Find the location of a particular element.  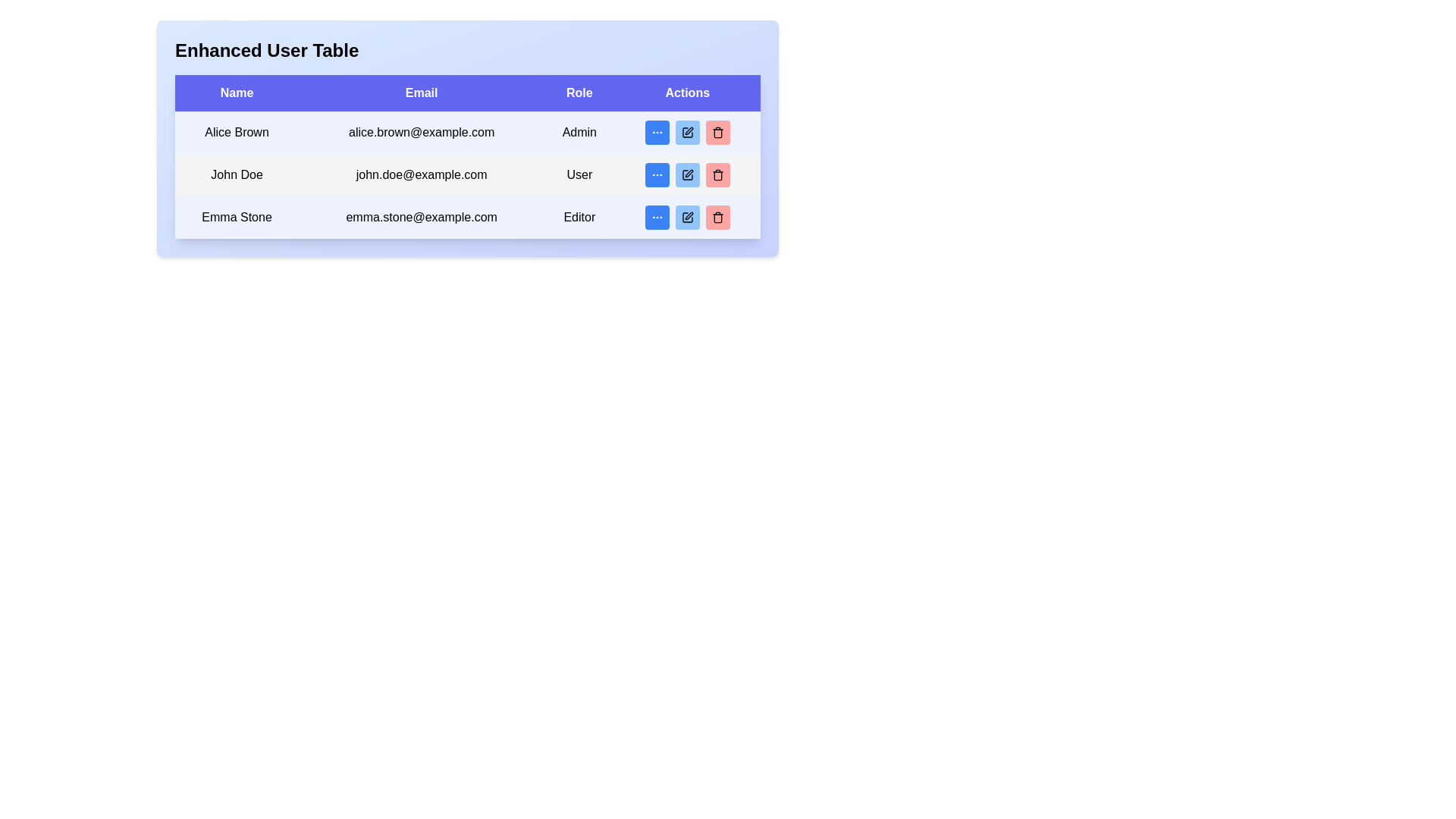

the editing action button icon in the 'Actions' column corresponding to the user 'Emma Stone', which is the last row of the table is located at coordinates (686, 217).